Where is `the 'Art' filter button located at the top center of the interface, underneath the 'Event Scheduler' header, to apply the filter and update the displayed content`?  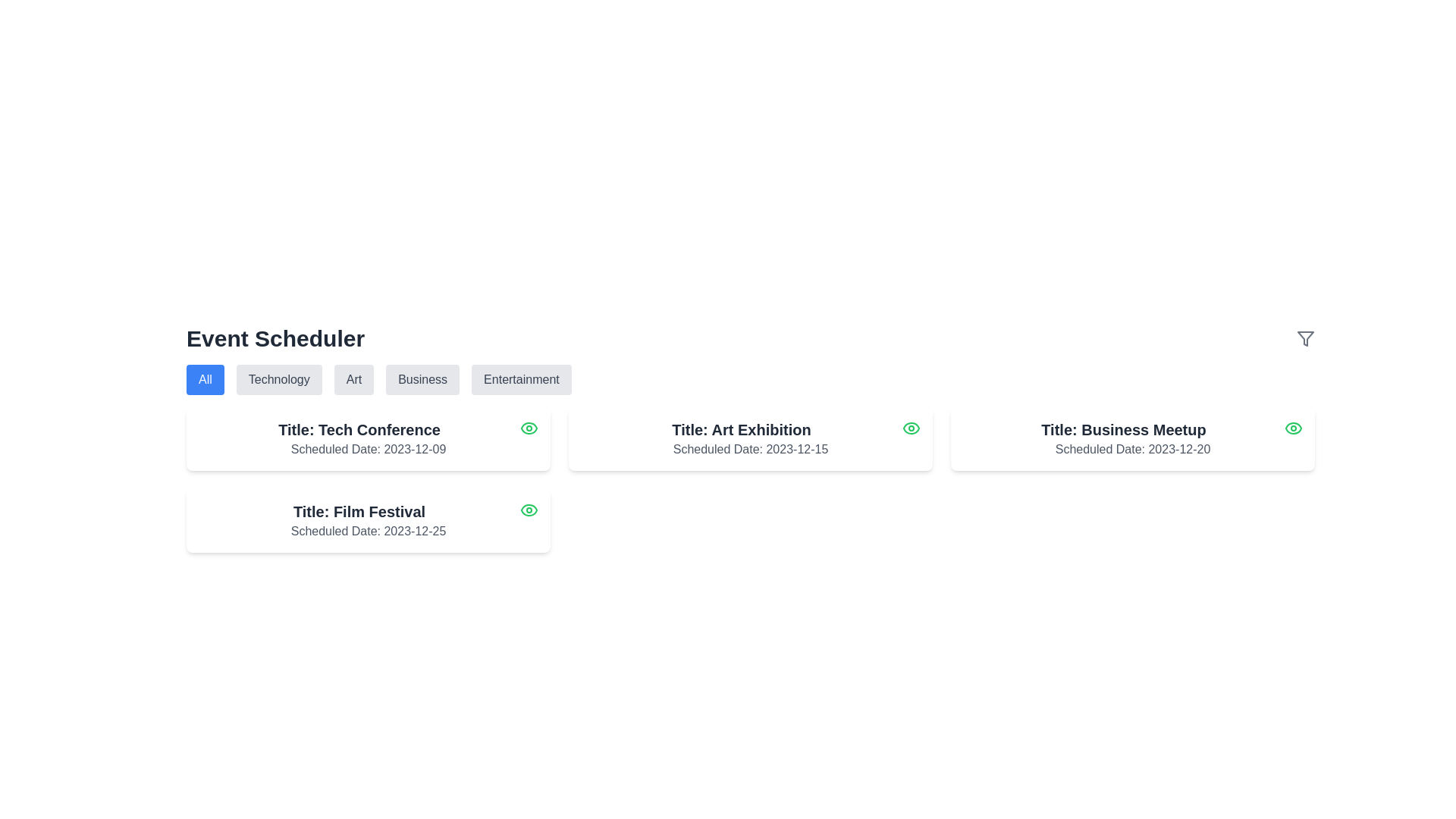 the 'Art' filter button located at the top center of the interface, underneath the 'Event Scheduler' header, to apply the filter and update the displayed content is located at coordinates (353, 379).